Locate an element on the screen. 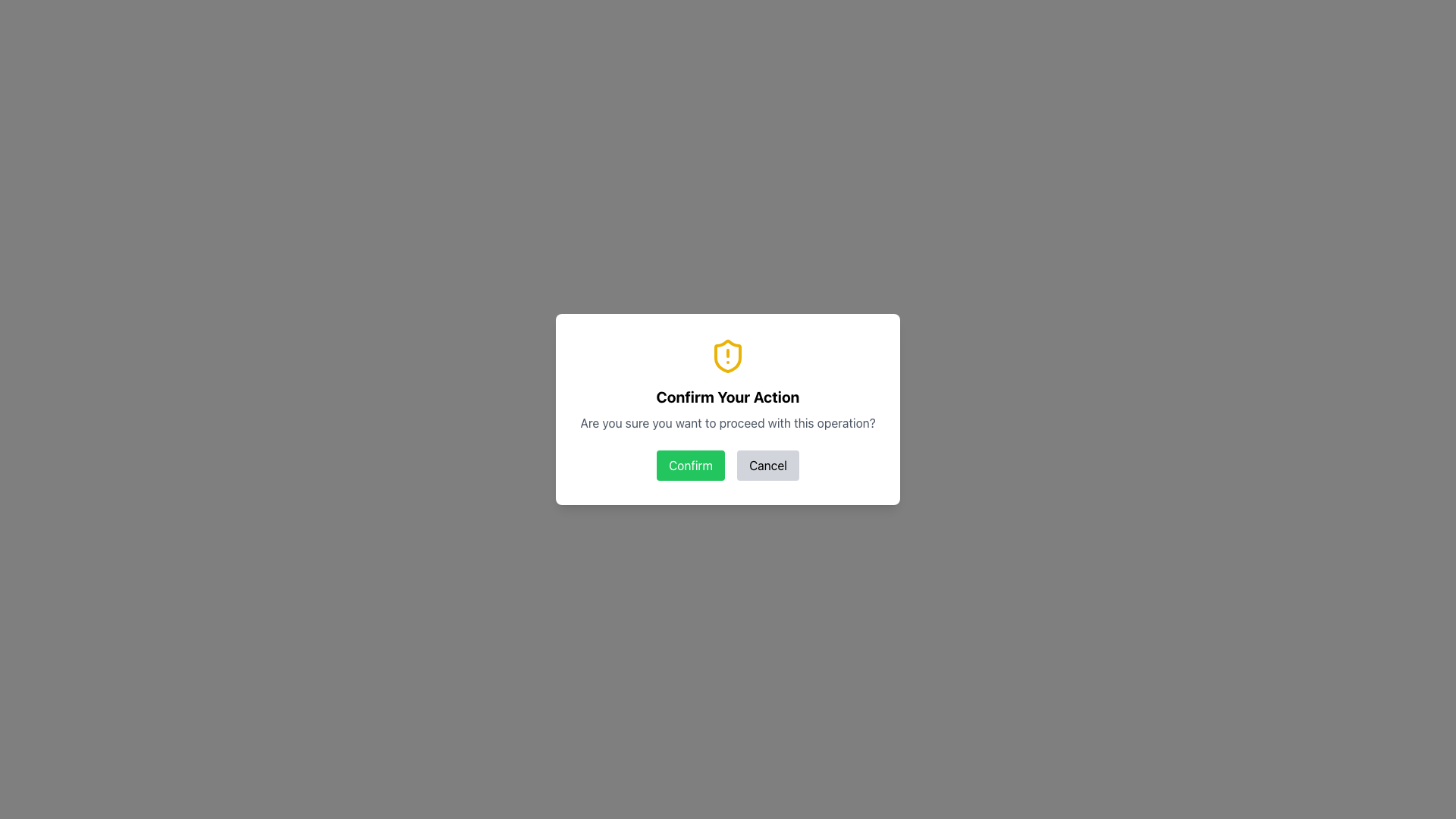 The width and height of the screenshot is (1456, 819). the bold, large-sized text label that reads 'Confirm Your Action', which is centrally located in a modal dialog box directly below the yellow shield icon with an exclamation mark is located at coordinates (728, 397).